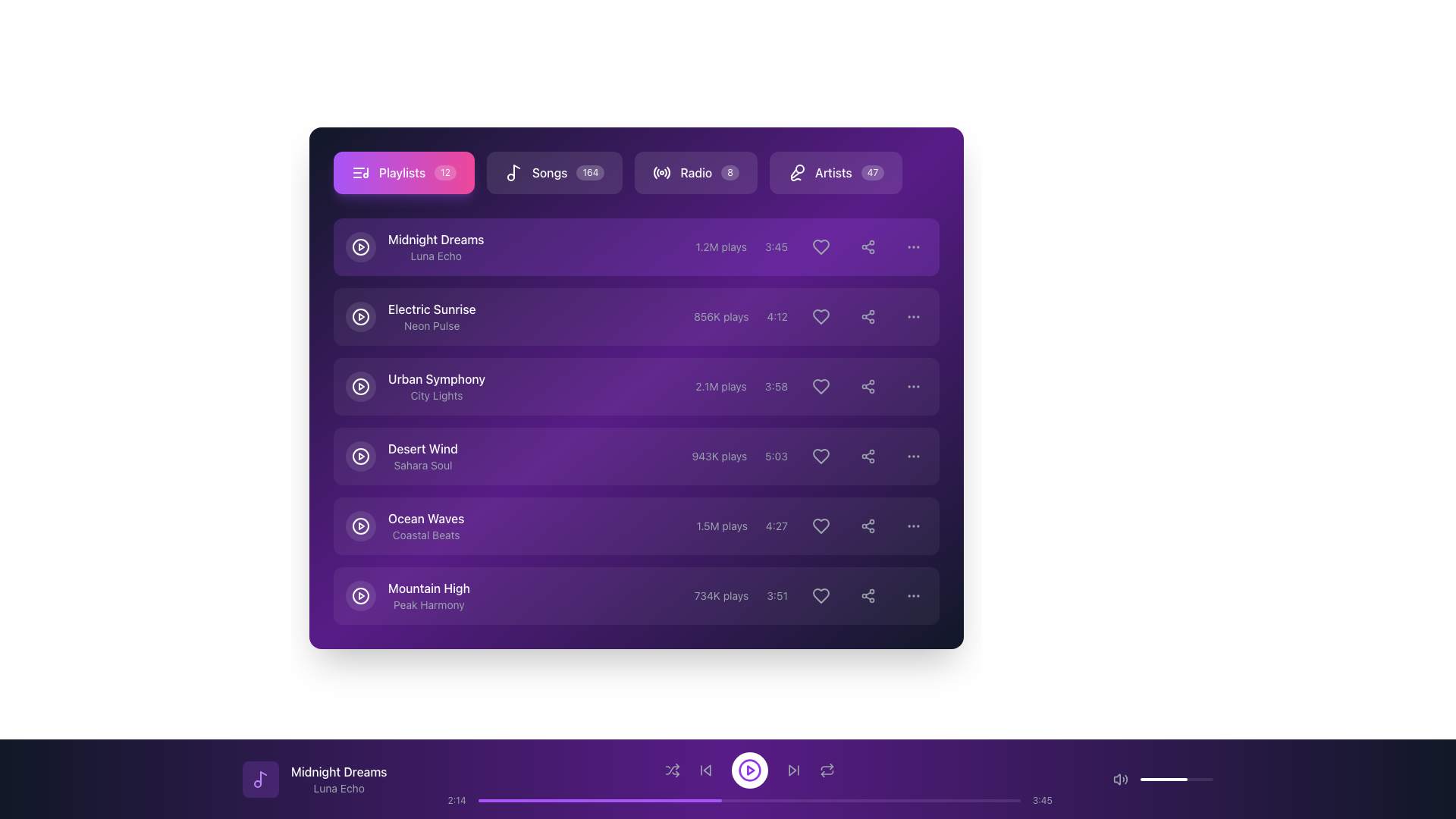  I want to click on the play button for the song 'Mountain High', so click(359, 595).